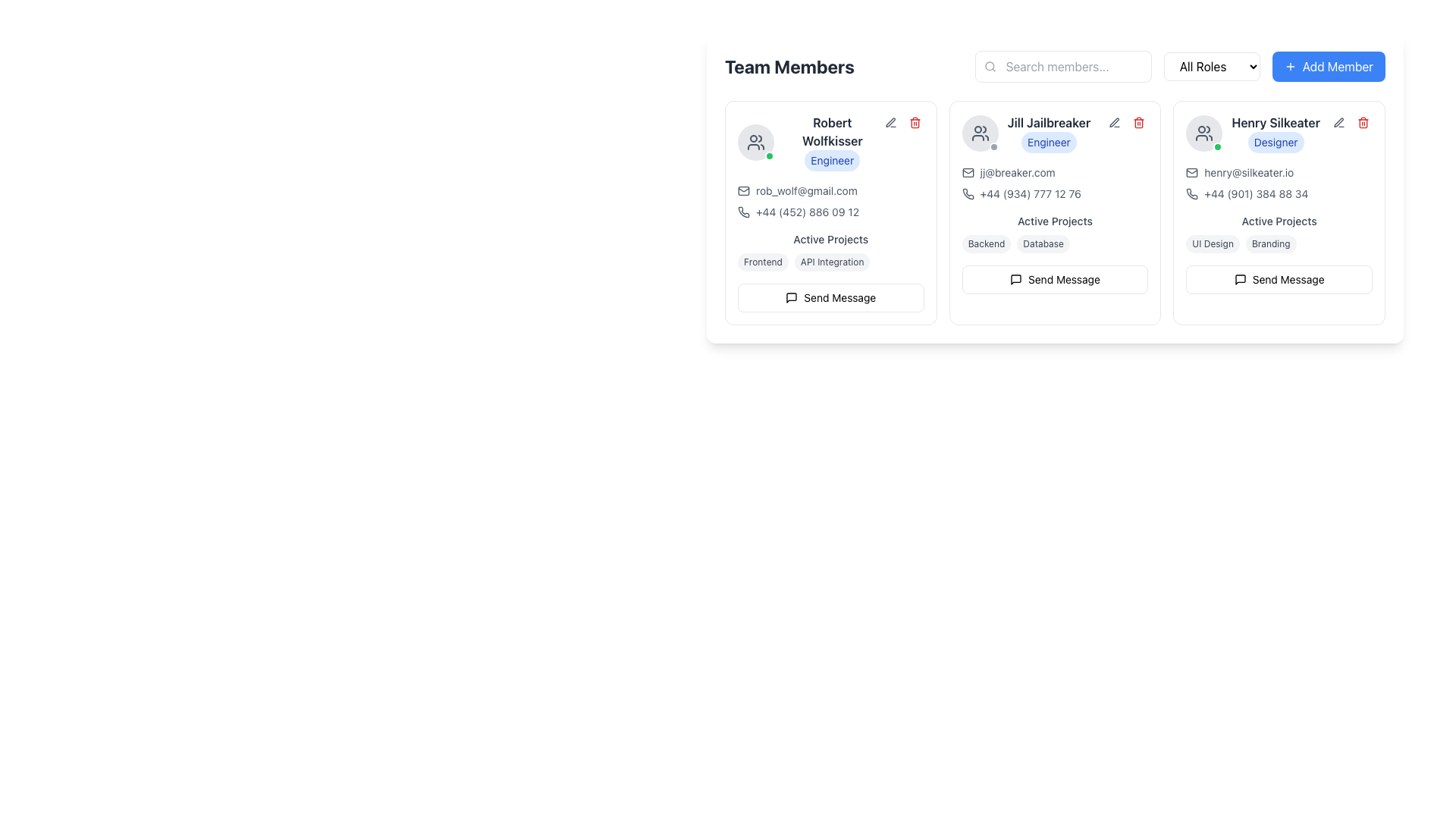  What do you see at coordinates (1203, 133) in the screenshot?
I see `the profile icon for the team member named 'Henry Silkeater', which is centrally aligned within a circular gray background at the top of the card layout` at bounding box center [1203, 133].